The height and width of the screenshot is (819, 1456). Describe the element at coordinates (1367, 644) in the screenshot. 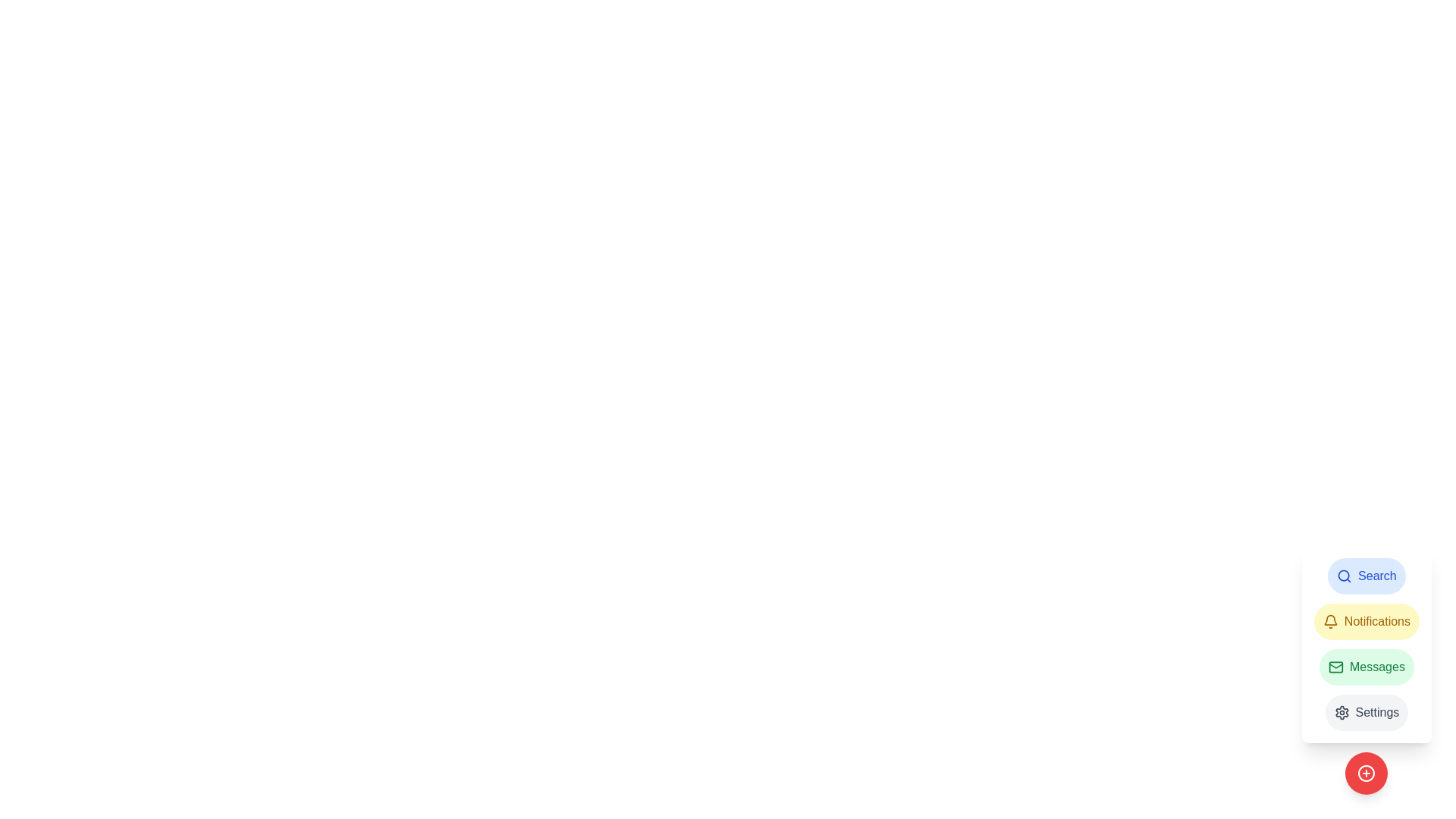

I see `the green, rounded rectangle button labeled 'Messages', which is positioned below the 'Notifications' button and above the 'Settings' button` at that location.